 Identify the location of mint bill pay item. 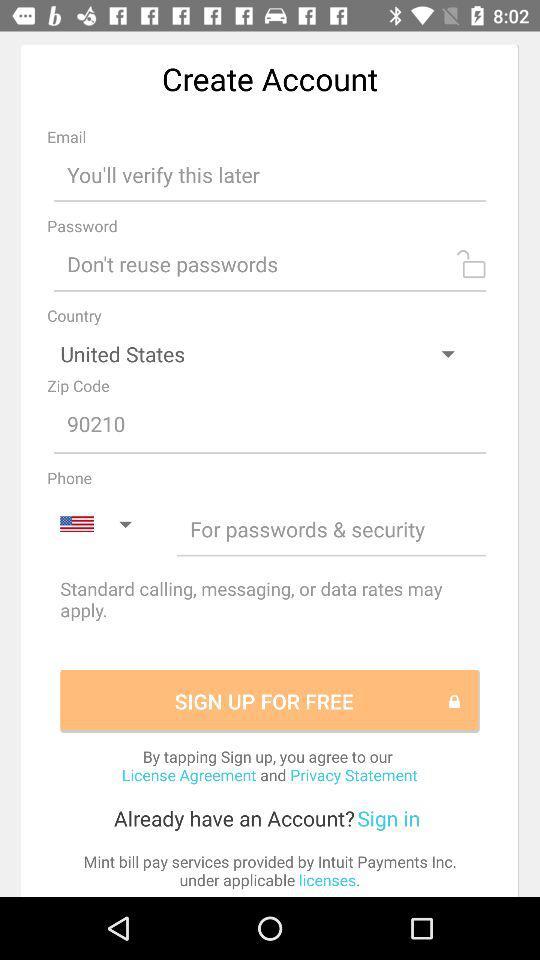
(270, 869).